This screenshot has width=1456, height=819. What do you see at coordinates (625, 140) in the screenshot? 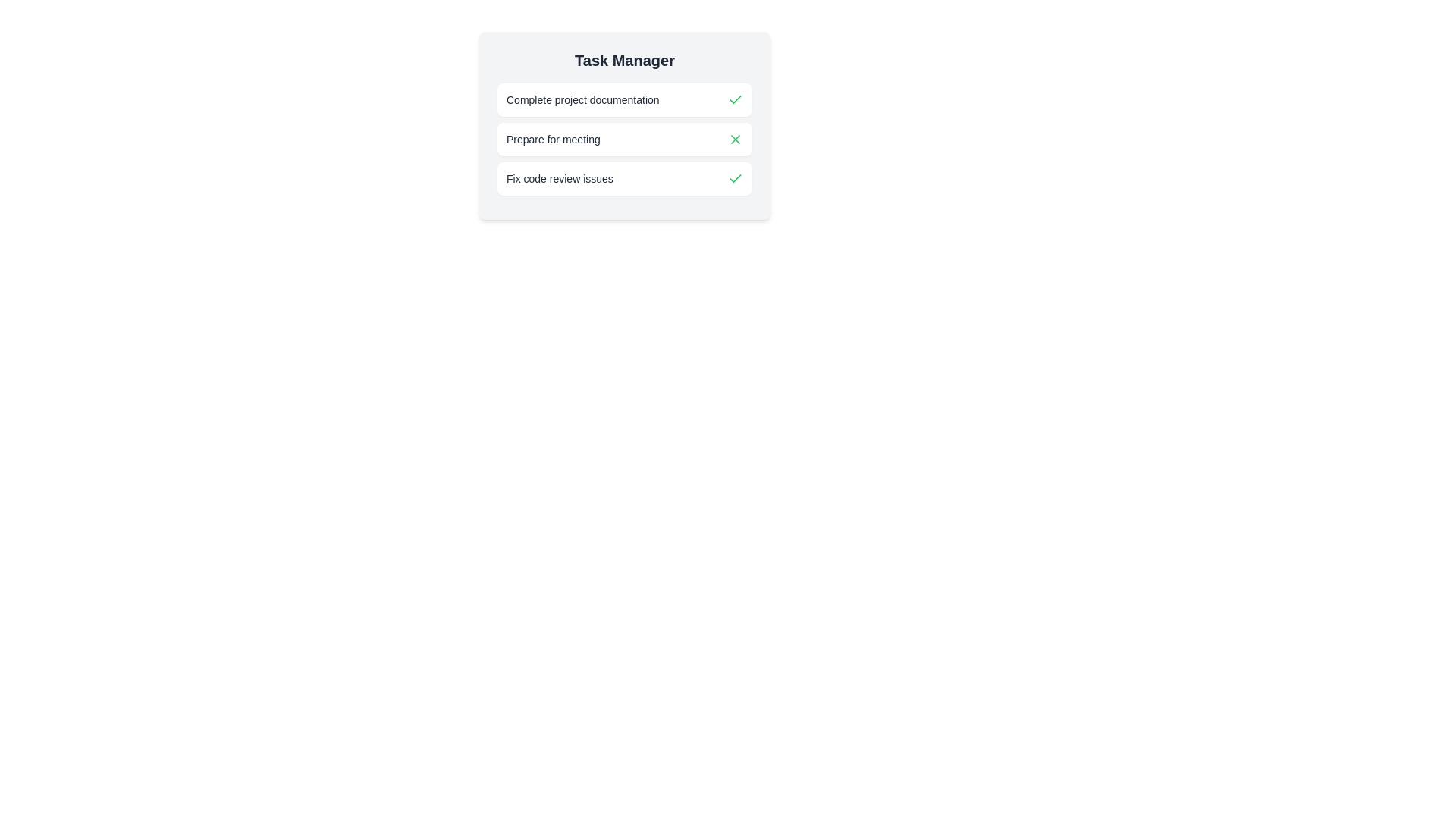
I see `the completed task labeled 'Prepare for meeting' in the task manager list` at bounding box center [625, 140].